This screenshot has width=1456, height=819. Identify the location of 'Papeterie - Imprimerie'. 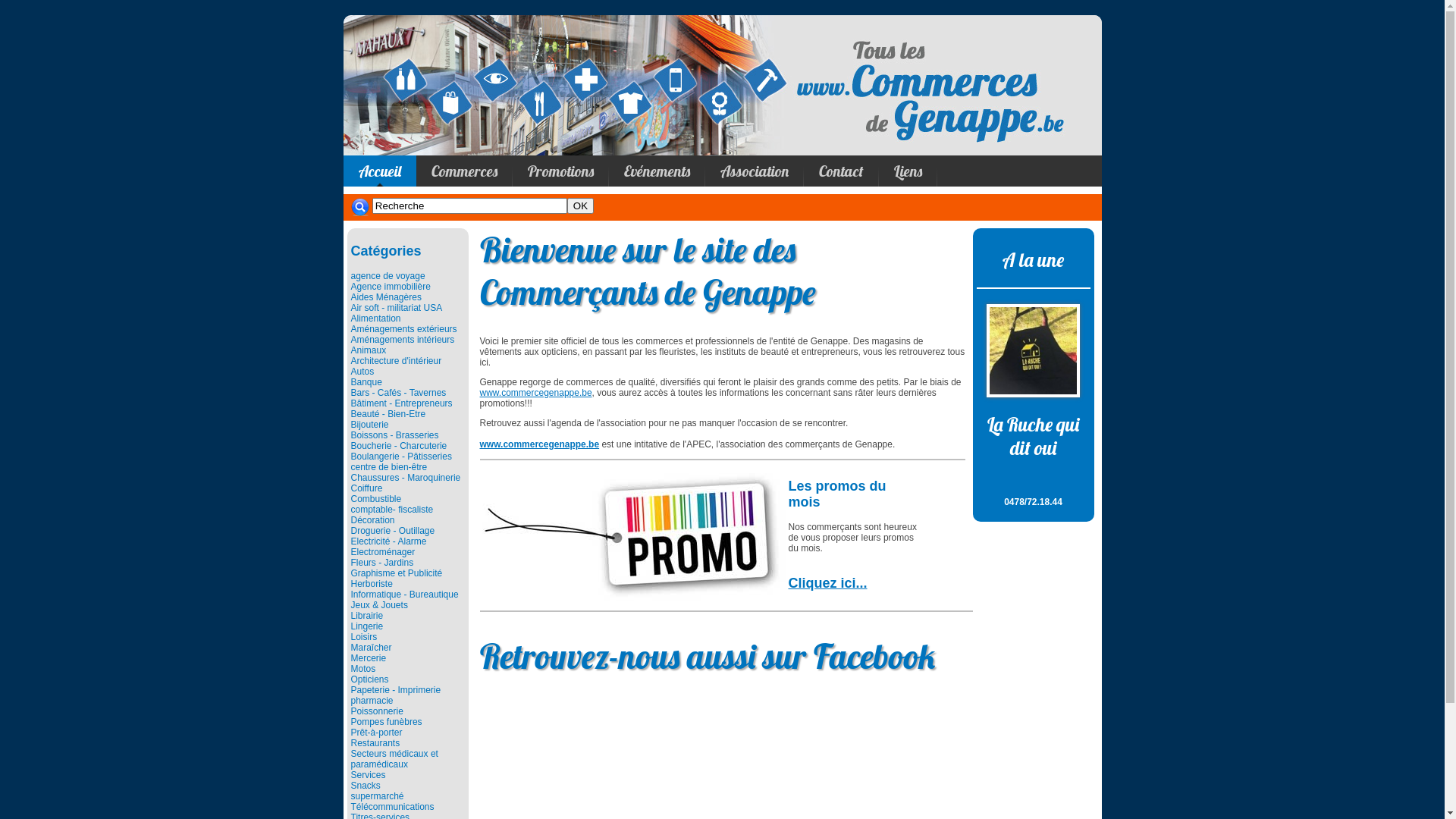
(395, 690).